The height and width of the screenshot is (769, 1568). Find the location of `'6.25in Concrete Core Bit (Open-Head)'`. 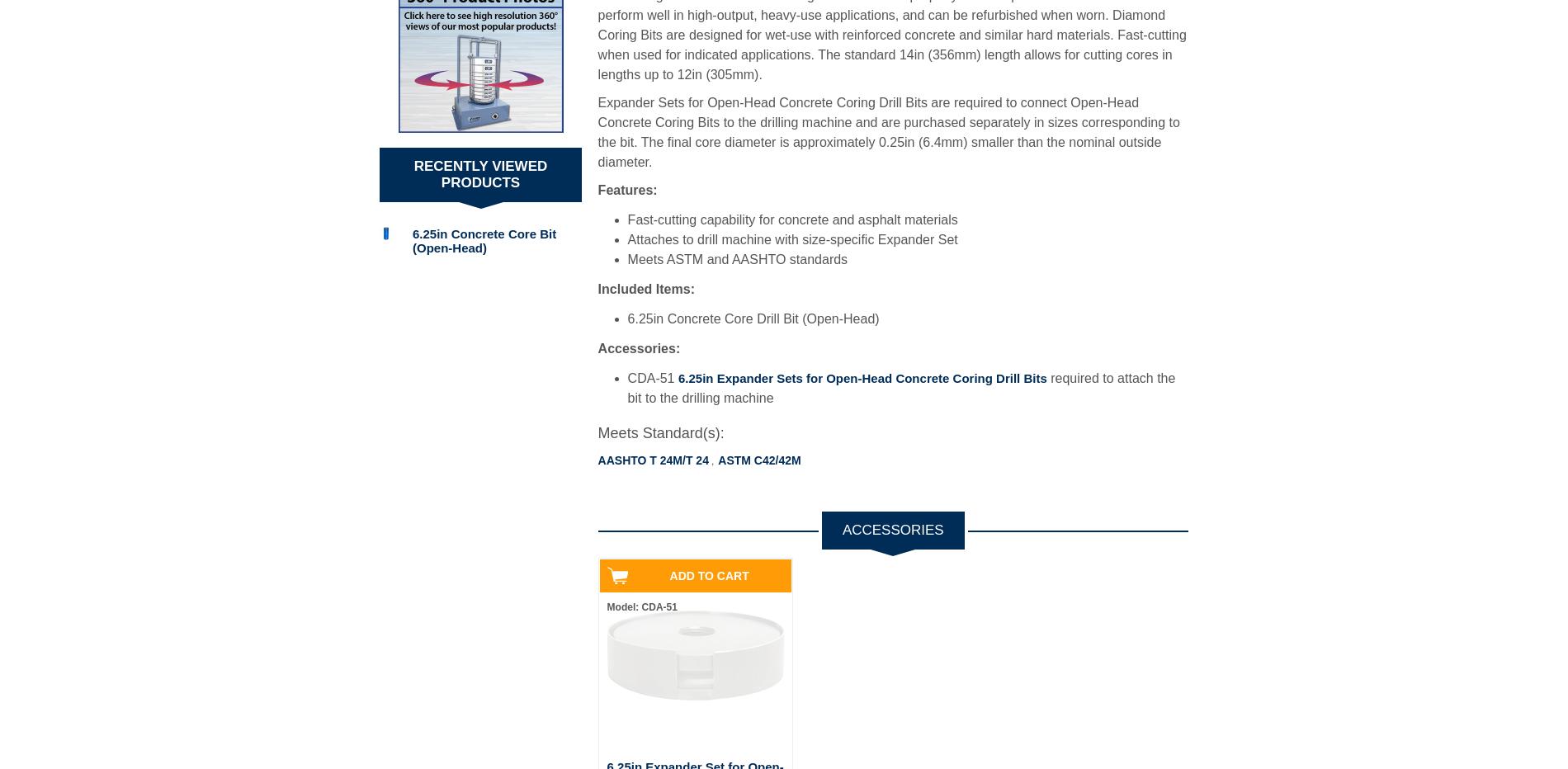

'6.25in Concrete Core Bit (Open-Head)' is located at coordinates (484, 239).